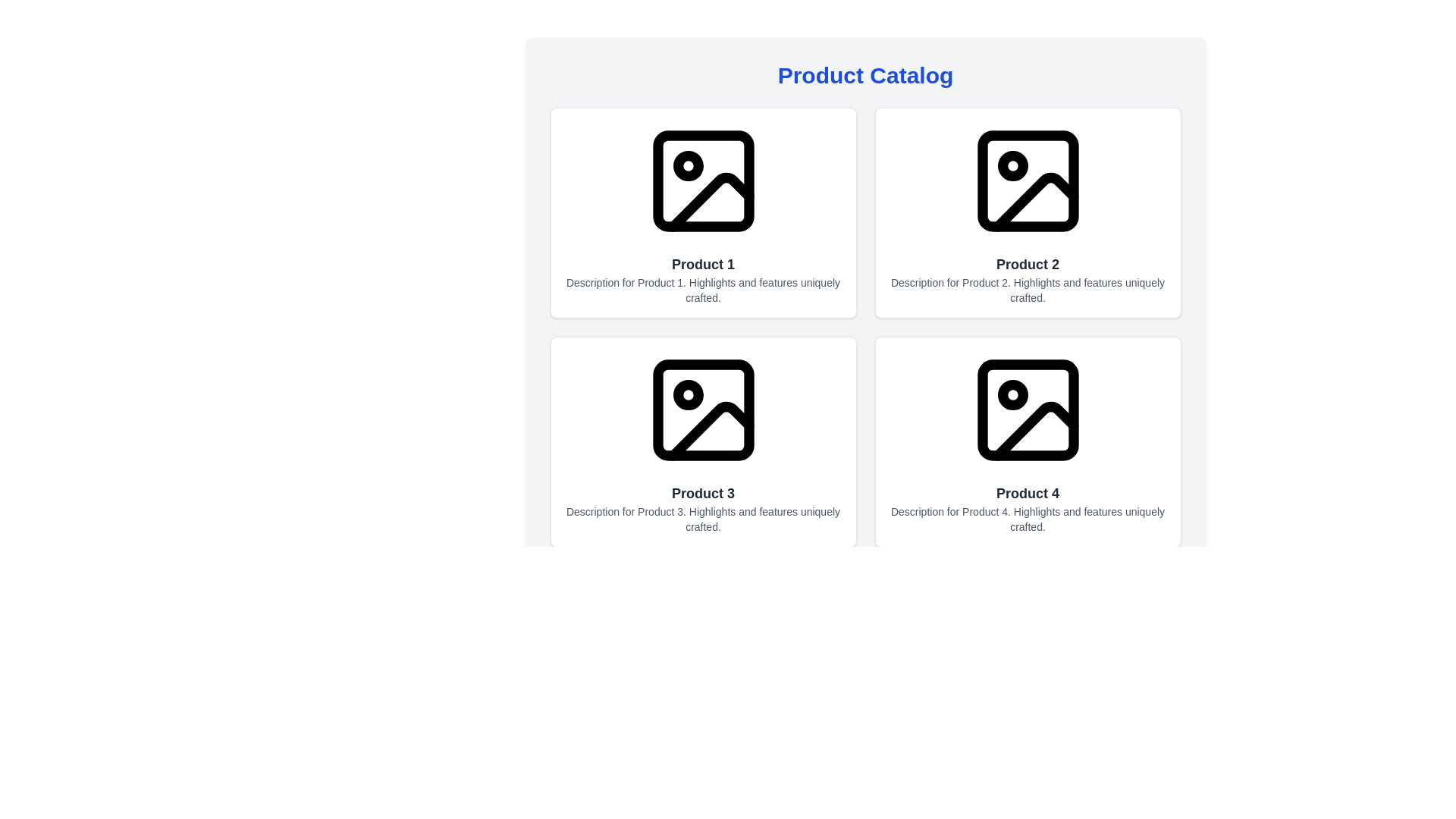  What do you see at coordinates (1028, 180) in the screenshot?
I see `the small black rectangular element with rounded corners located at the top-left corner of the 'Product 2' icon` at bounding box center [1028, 180].